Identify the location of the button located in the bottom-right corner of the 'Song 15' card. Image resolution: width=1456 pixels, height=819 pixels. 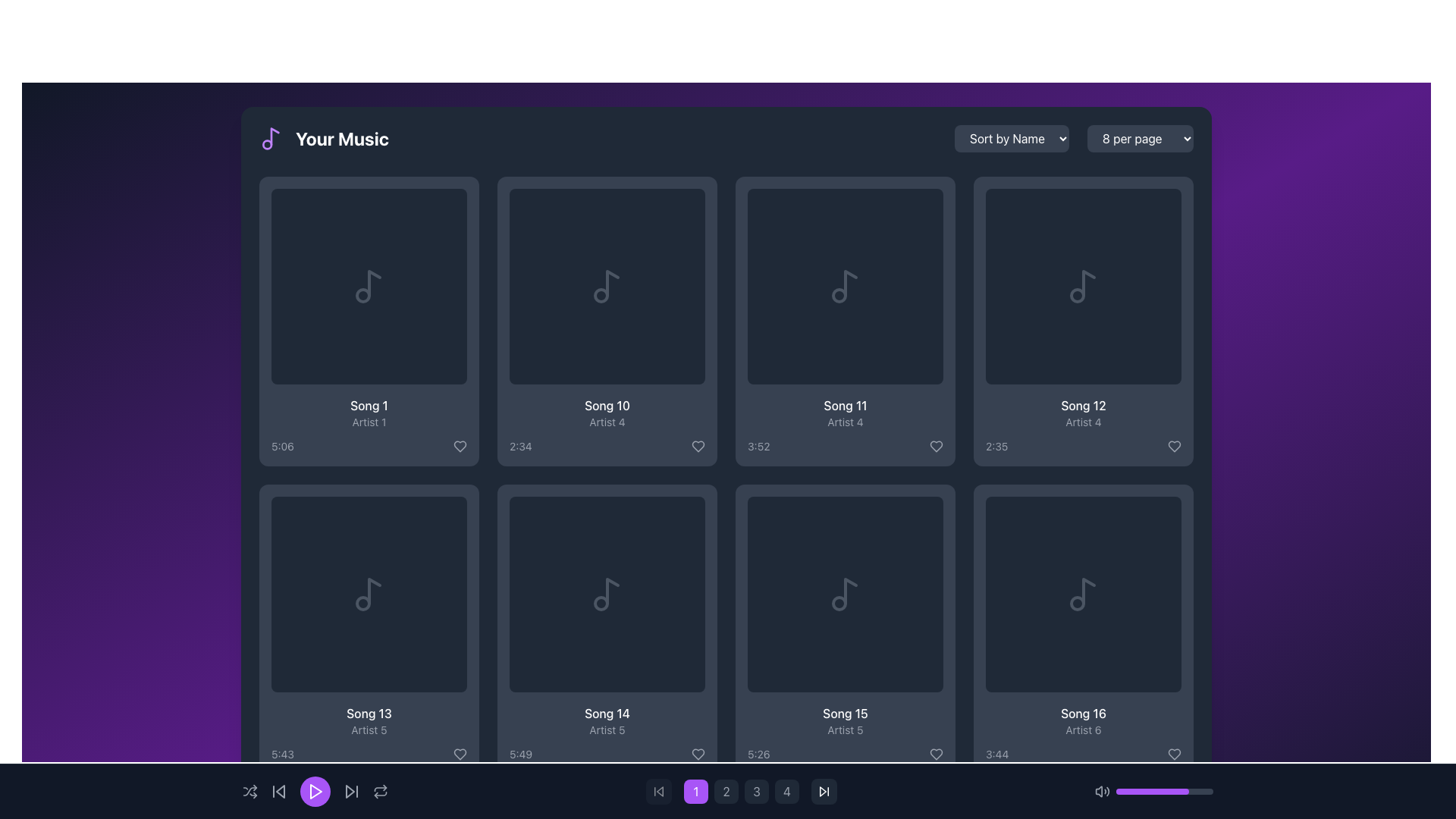
(935, 755).